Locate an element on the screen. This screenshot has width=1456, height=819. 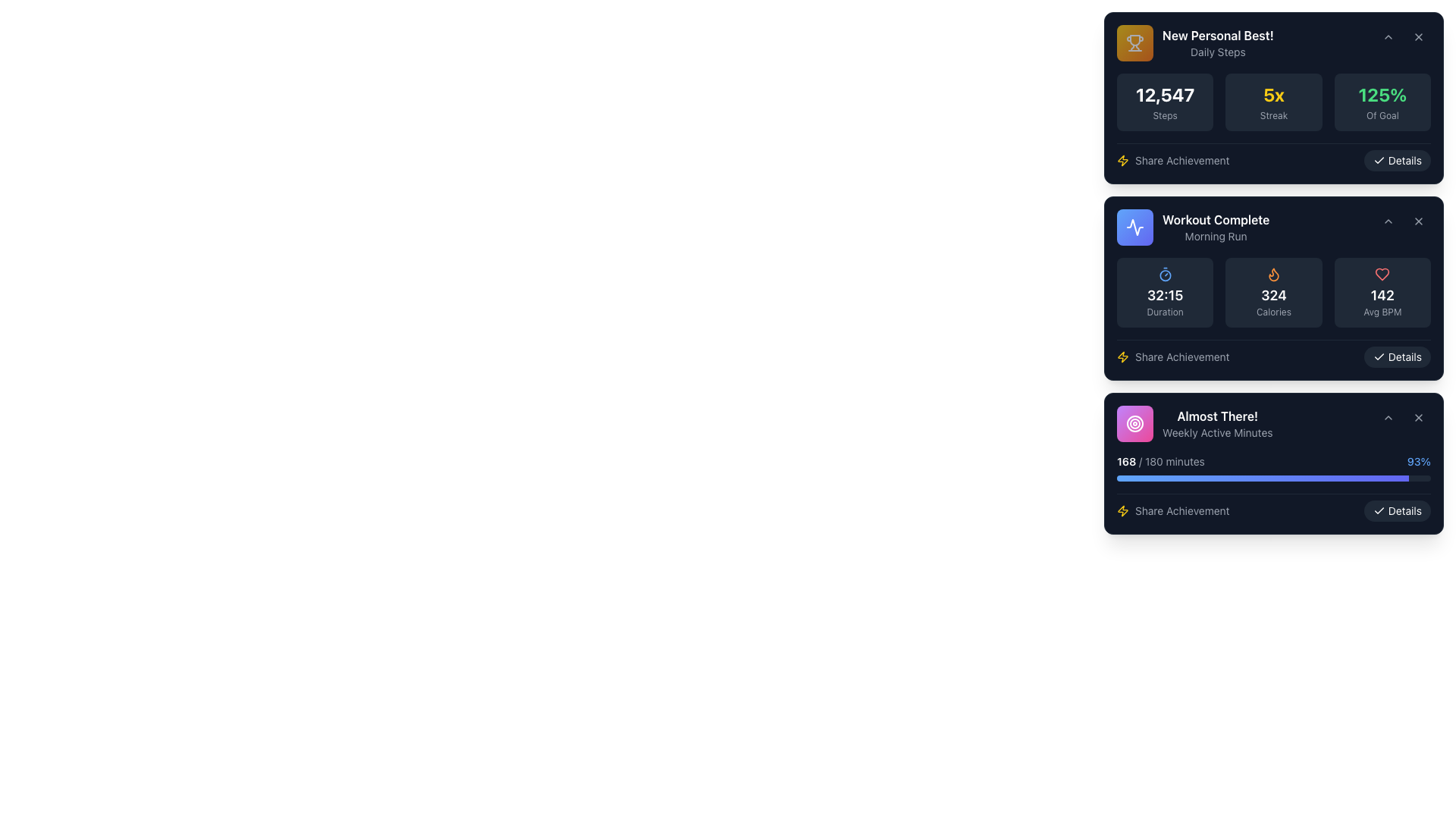
the achievement icon located at the top-left corner of the 'New Personal Best! Daily Steps' card is located at coordinates (1135, 42).